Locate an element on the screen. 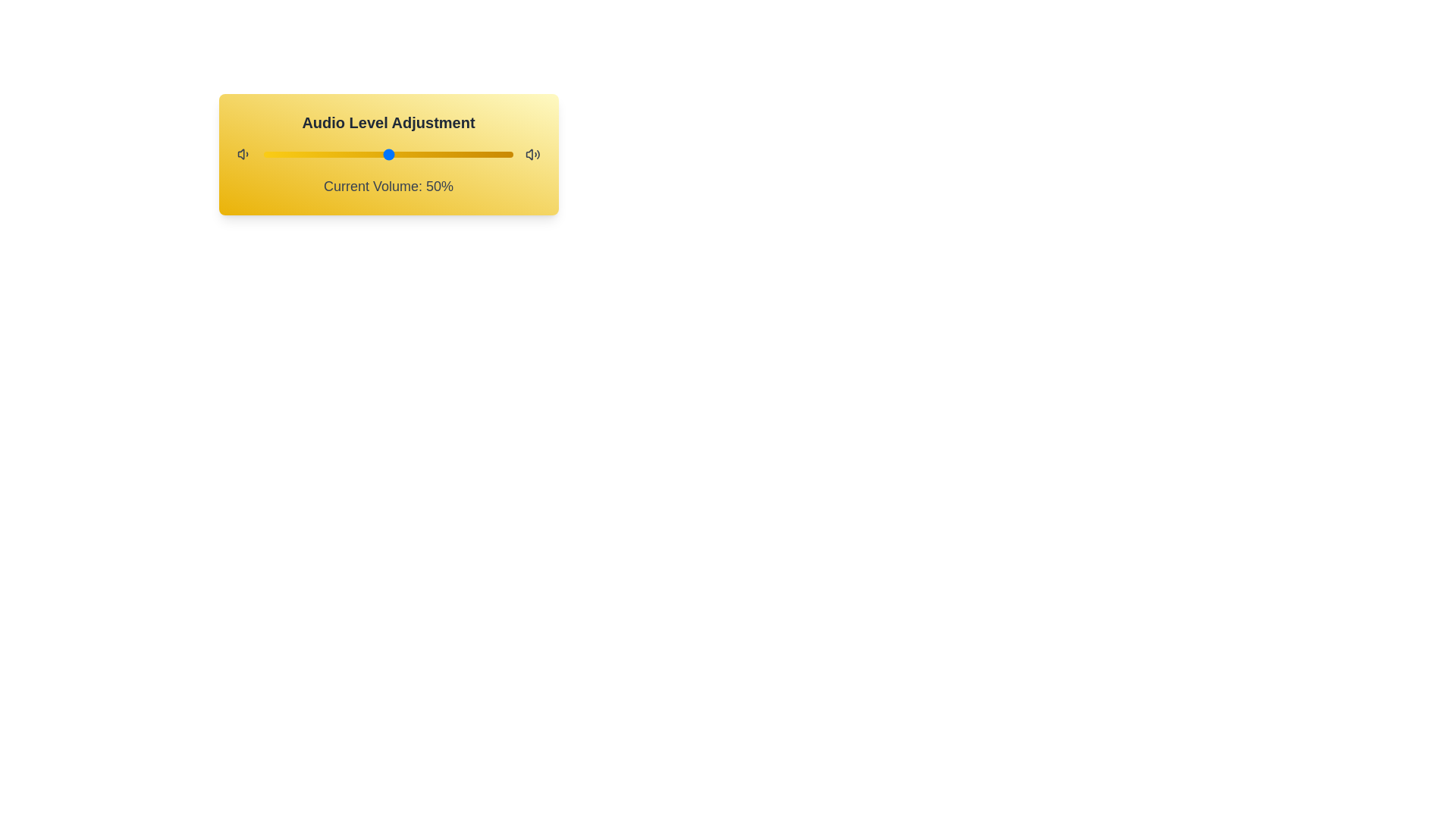  the volume level is located at coordinates (284, 155).